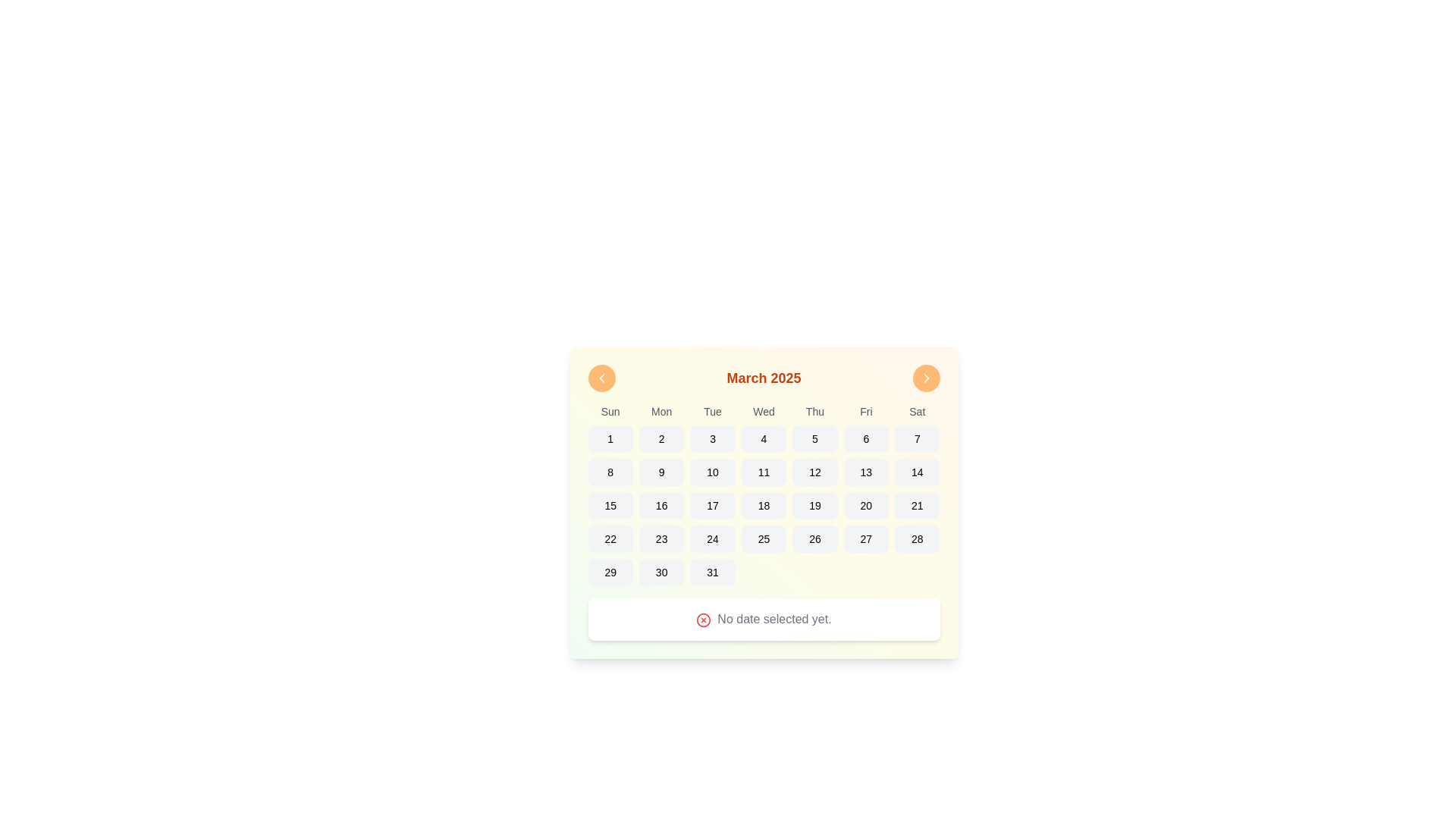  Describe the element at coordinates (661, 438) in the screenshot. I see `the interactive calendar date button representing the selectable date '2' located in the first row under the 'Mon' header` at that location.